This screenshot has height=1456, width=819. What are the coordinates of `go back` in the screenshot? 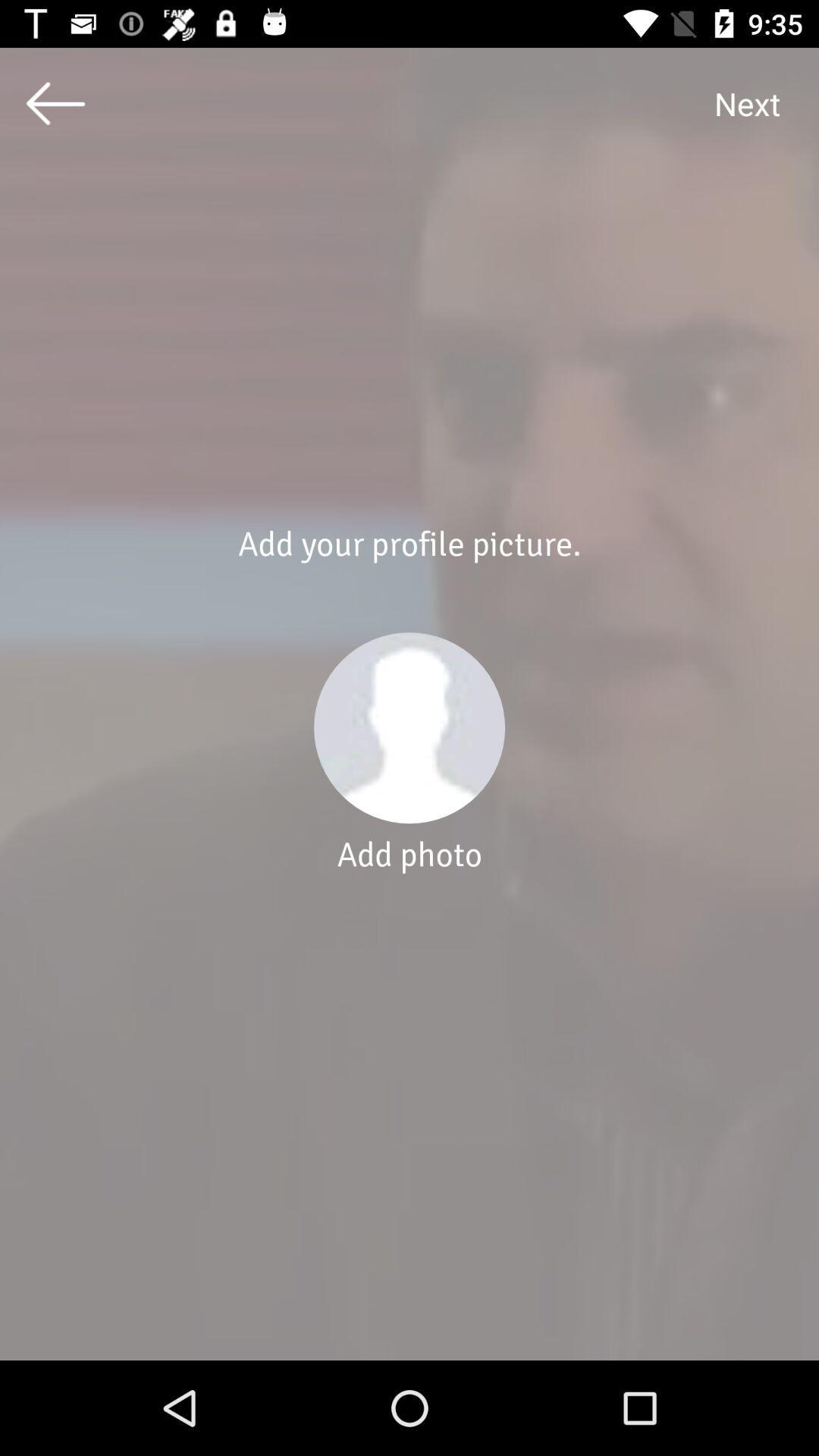 It's located at (55, 102).